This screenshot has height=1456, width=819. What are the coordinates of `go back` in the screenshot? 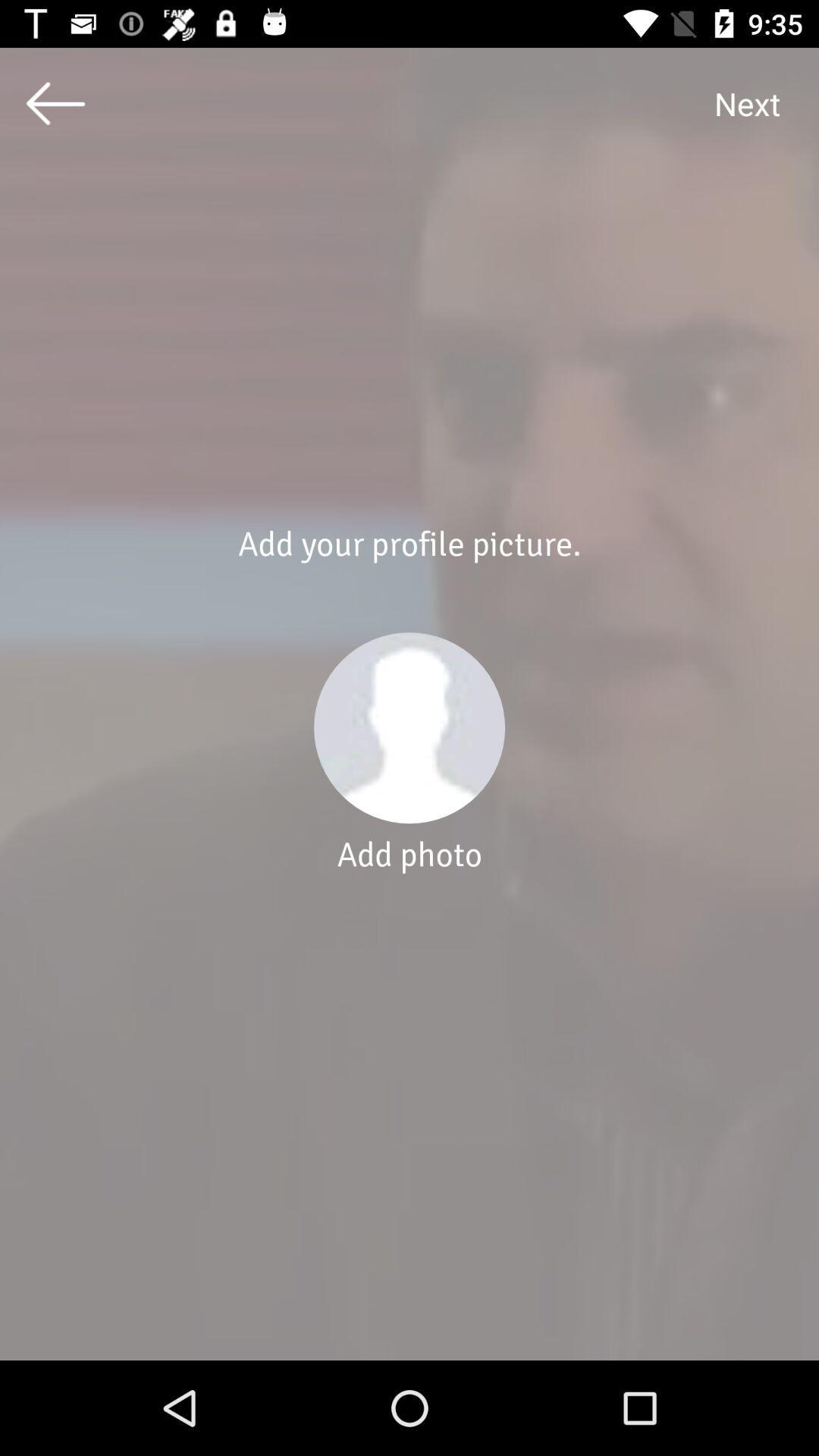 It's located at (55, 102).